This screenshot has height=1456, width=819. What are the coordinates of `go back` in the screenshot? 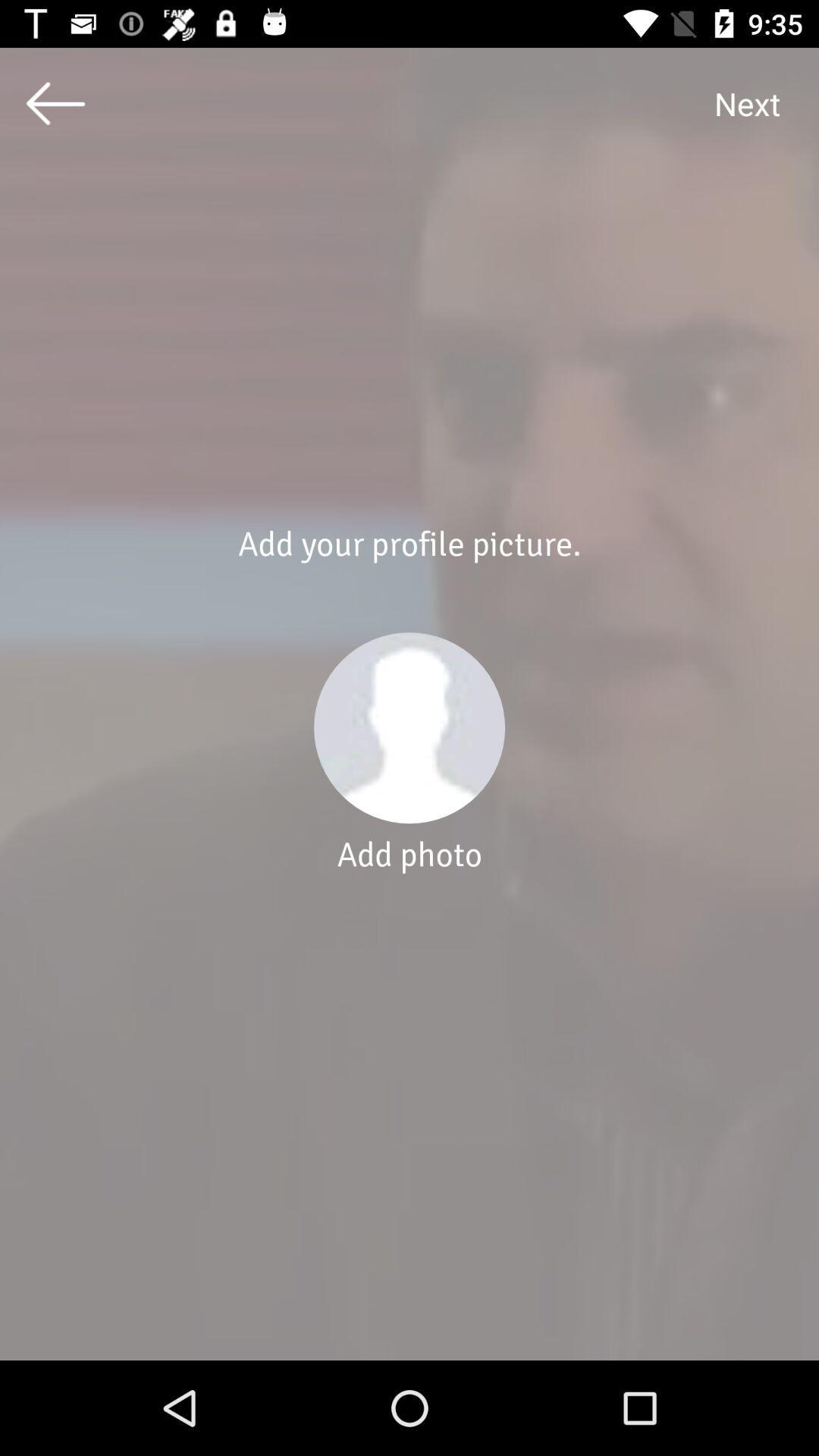 It's located at (55, 102).